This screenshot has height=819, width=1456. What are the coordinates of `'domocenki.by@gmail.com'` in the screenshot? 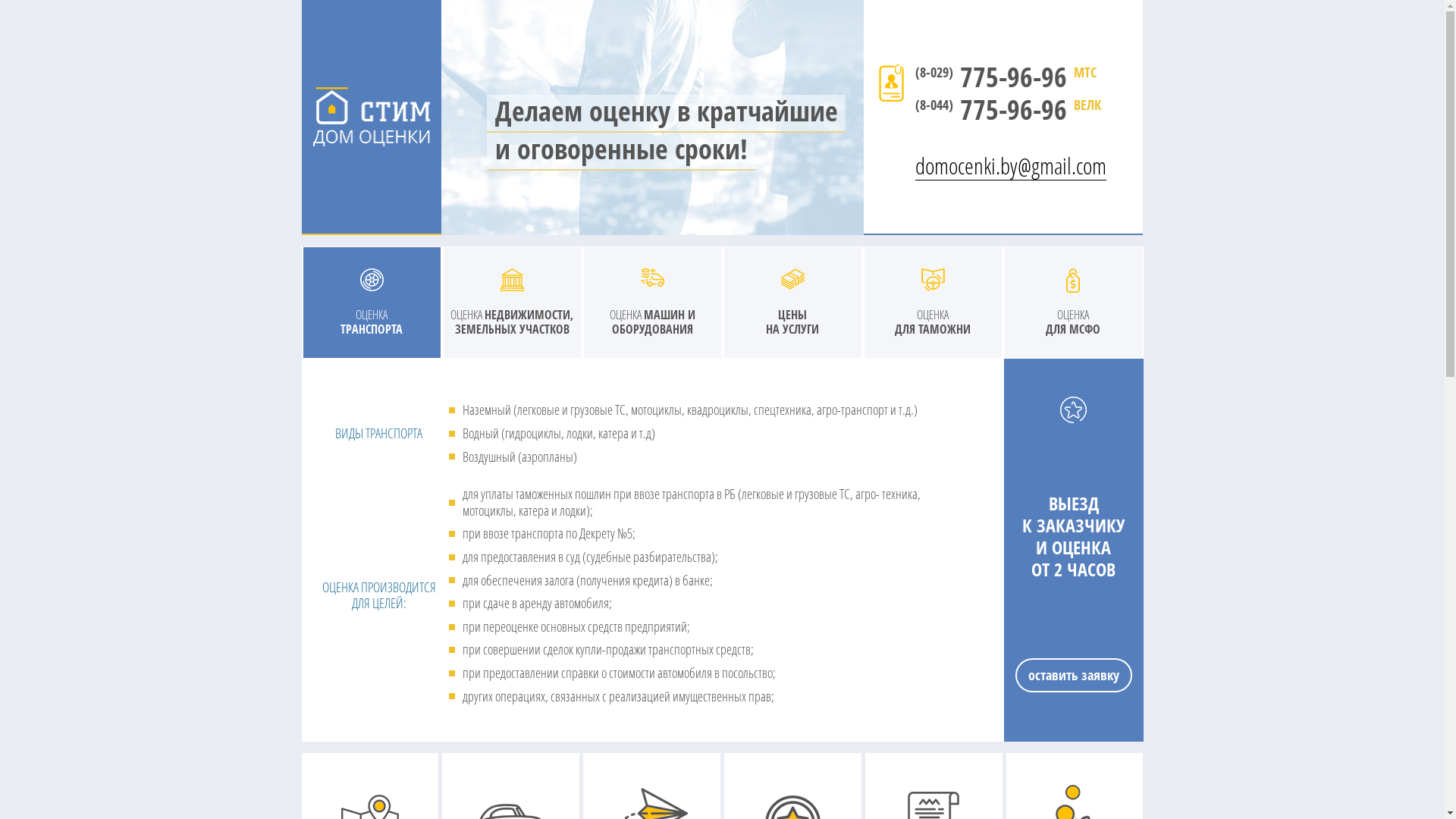 It's located at (914, 155).